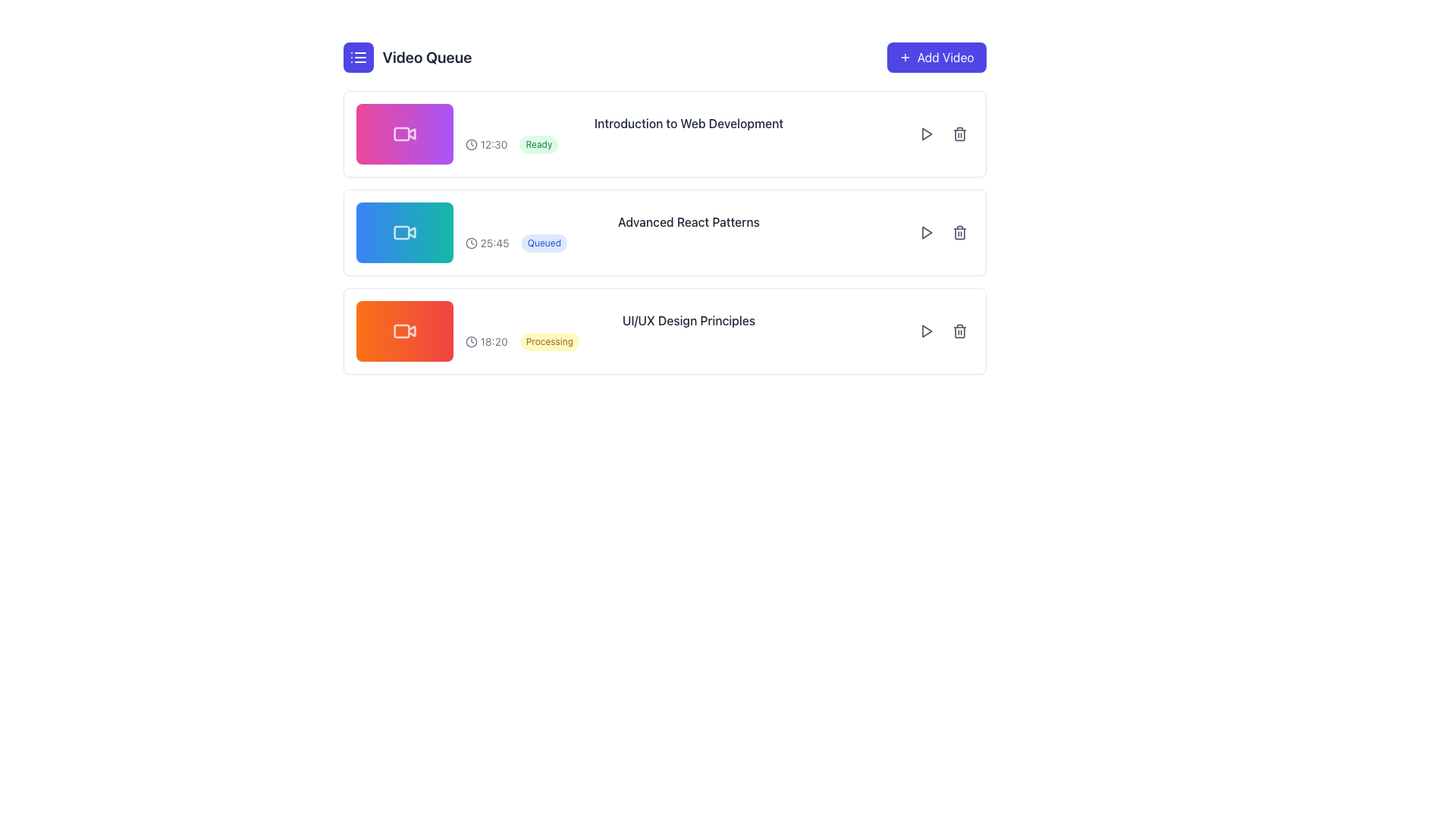 Image resolution: width=1456 pixels, height=819 pixels. I want to click on the pill-shaped indicator labeled 'Queued' with a light blue background, located to the right of the time indicator '25:45' and adjacent to the text label 'Advanced React Patterns', so click(544, 242).